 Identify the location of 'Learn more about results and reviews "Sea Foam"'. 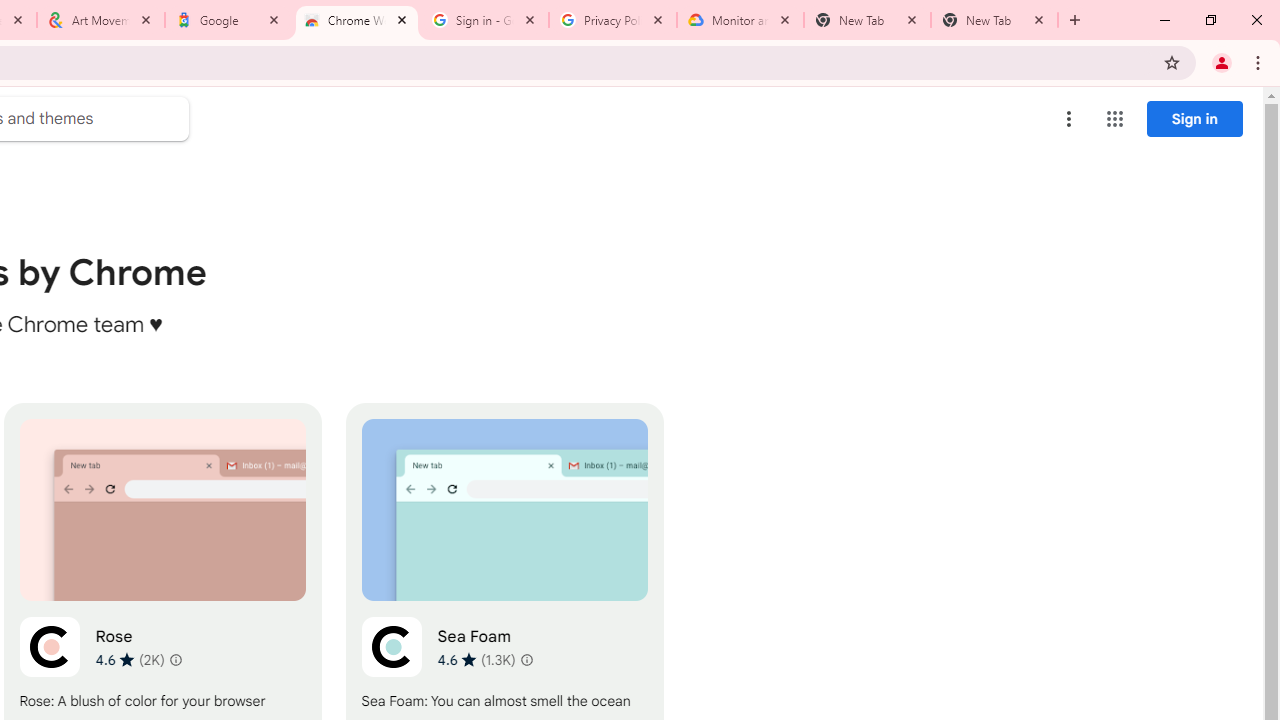
(526, 659).